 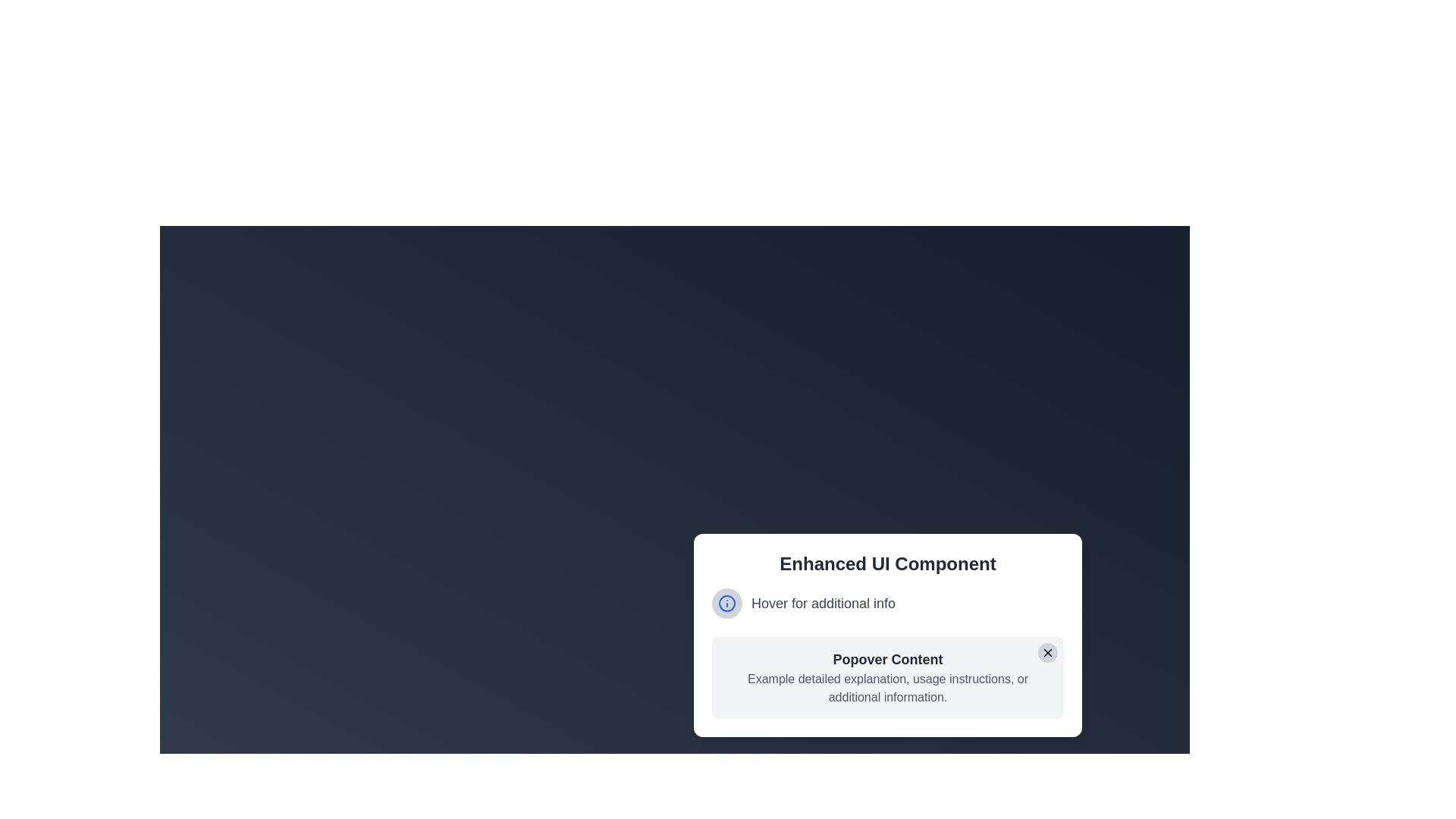 I want to click on the text label that serves as a title or header for the content in the popover section, which is located within a gray-filled section and is the first text item above another text with a lighter gray color, so click(x=888, y=659).